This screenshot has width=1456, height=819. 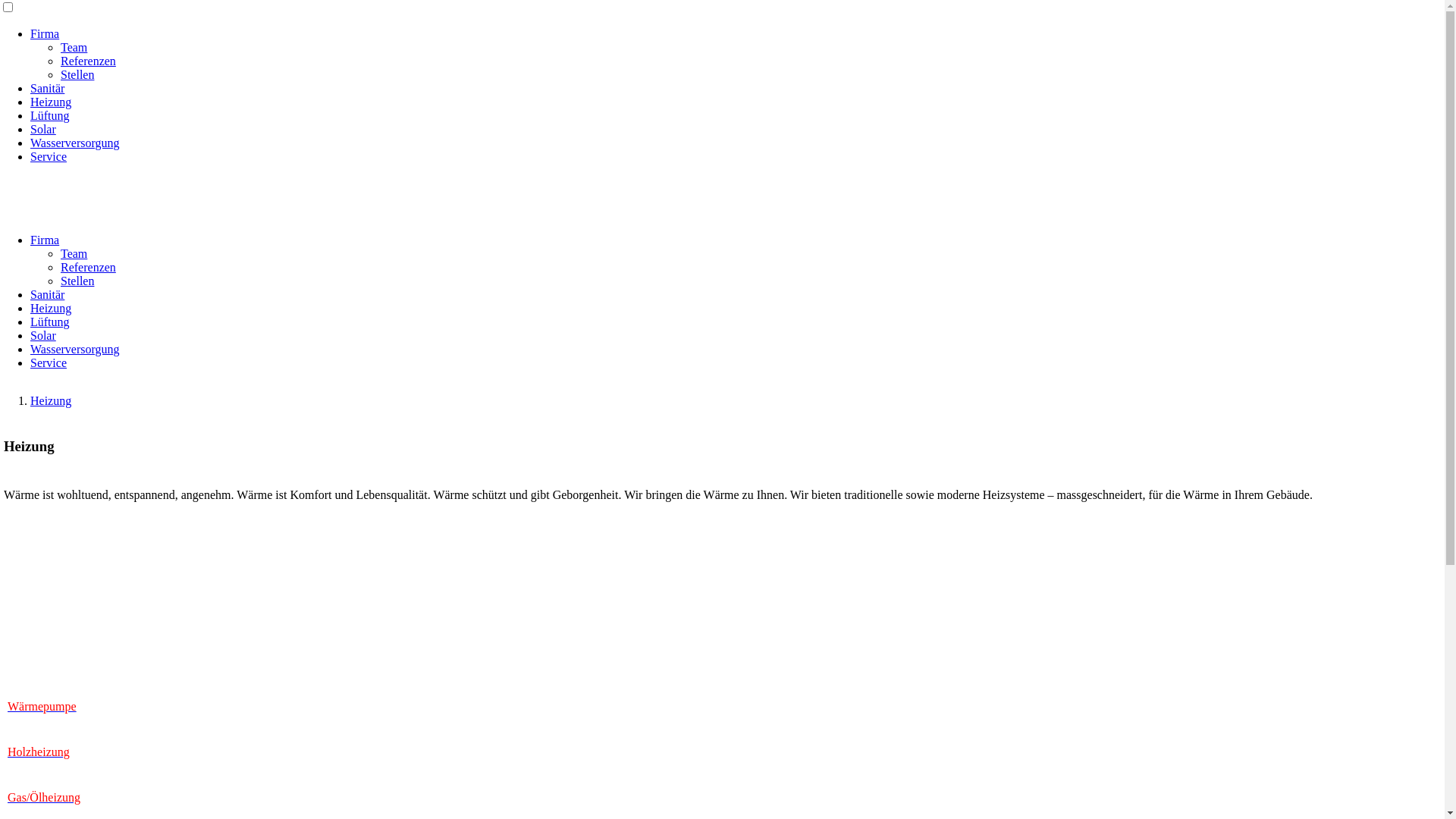 What do you see at coordinates (48, 156) in the screenshot?
I see `'Service'` at bounding box center [48, 156].